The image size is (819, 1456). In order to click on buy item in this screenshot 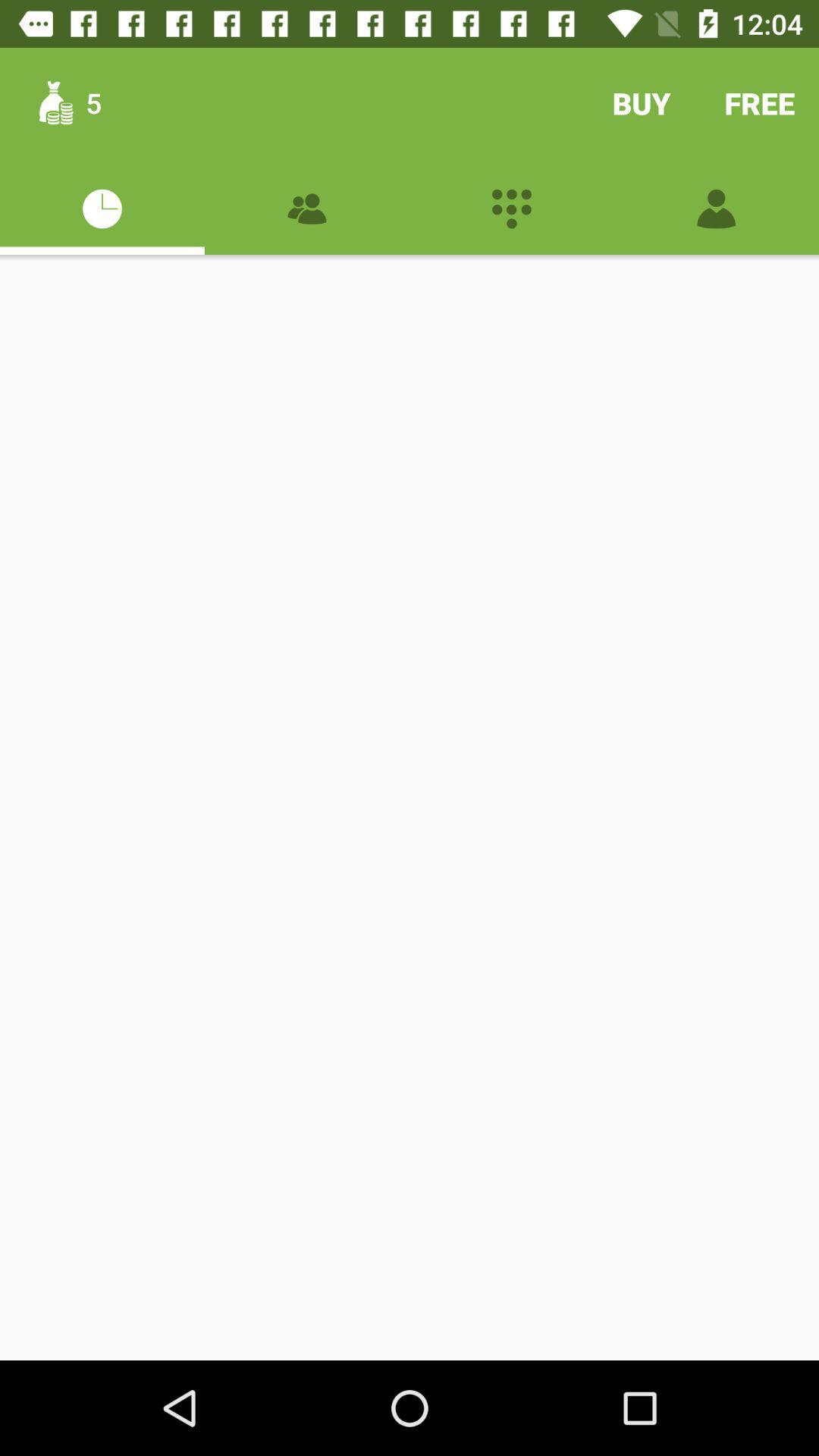, I will do `click(641, 102)`.